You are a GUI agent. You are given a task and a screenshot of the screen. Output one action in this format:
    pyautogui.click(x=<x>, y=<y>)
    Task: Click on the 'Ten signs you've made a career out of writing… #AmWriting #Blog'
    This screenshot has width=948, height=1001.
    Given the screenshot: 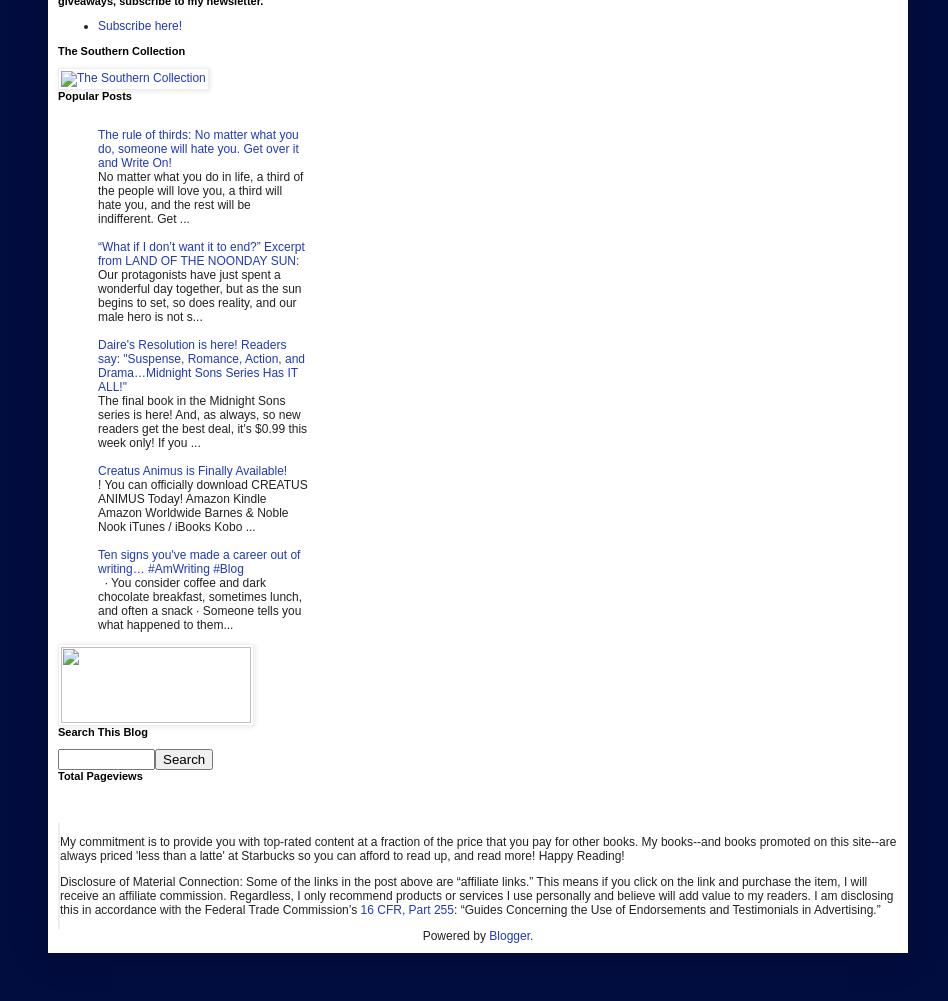 What is the action you would take?
    pyautogui.click(x=197, y=560)
    